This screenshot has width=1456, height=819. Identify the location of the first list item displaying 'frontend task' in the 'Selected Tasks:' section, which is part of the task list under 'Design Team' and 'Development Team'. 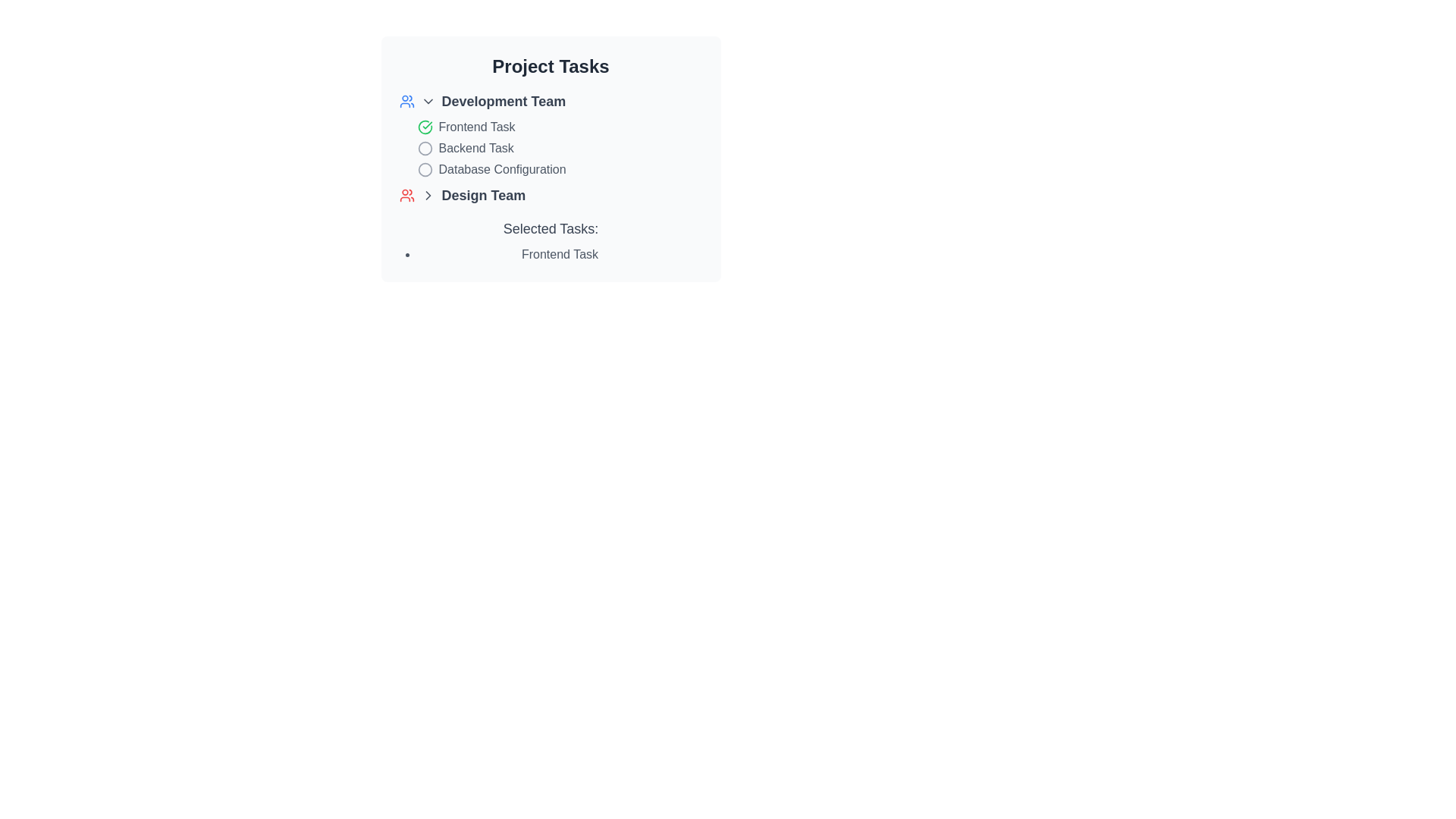
(550, 253).